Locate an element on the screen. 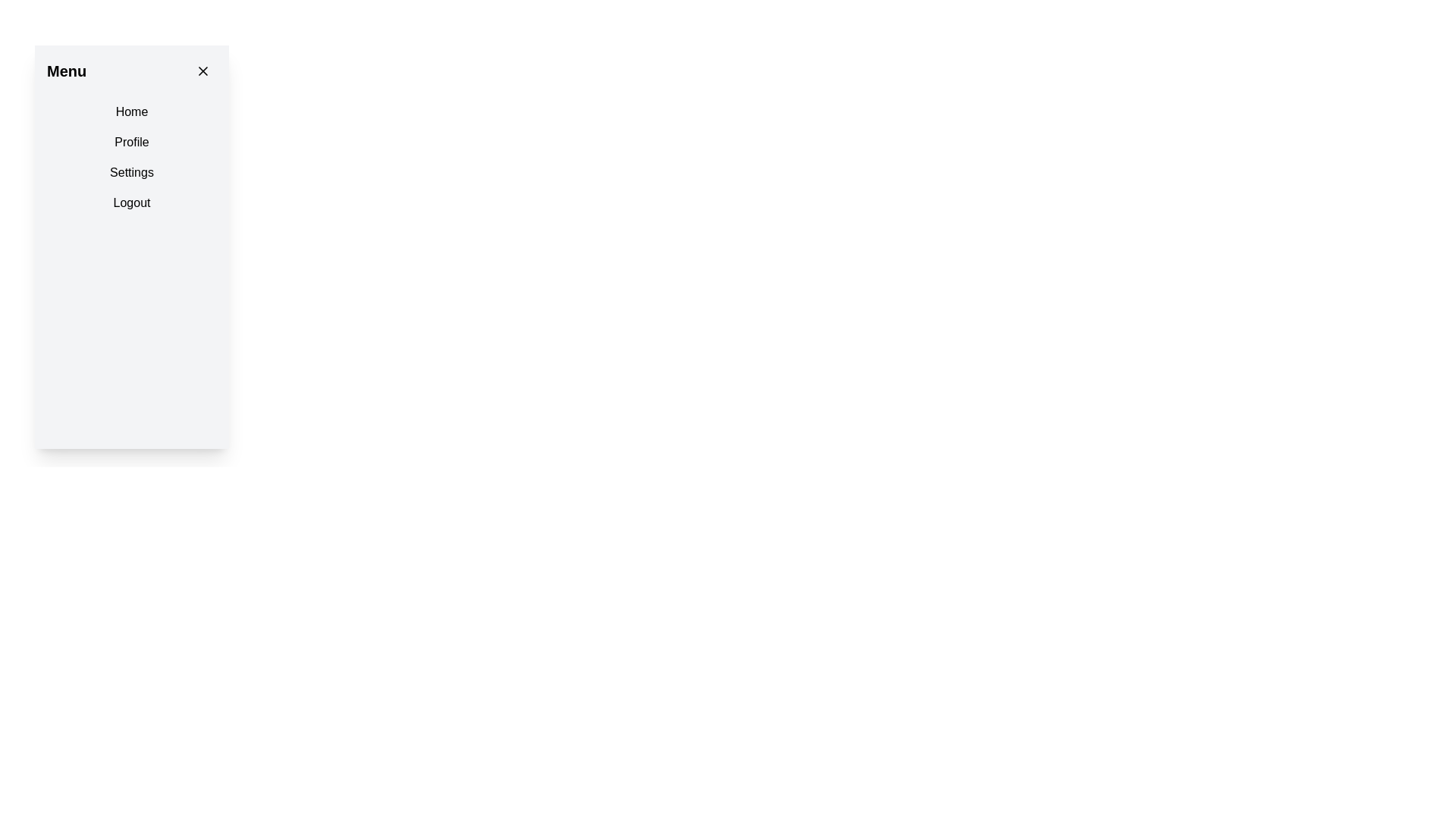 Image resolution: width=1456 pixels, height=819 pixels. the 'Log Out' text button located at the bottom of the menu list is located at coordinates (131, 202).